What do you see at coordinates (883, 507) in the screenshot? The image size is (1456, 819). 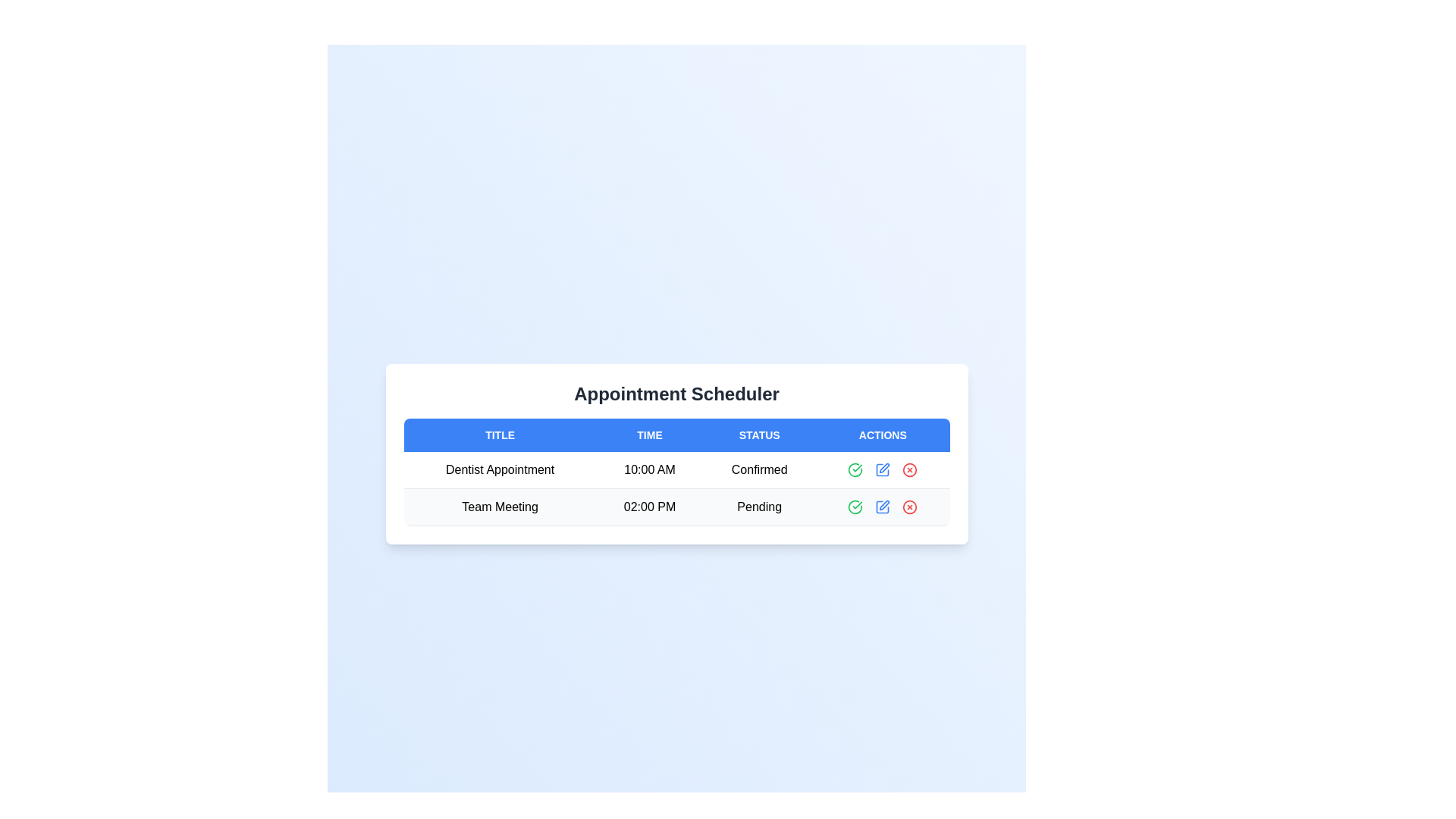 I see `the blue pencil icon button in the 'Actions' column of the 'Team Meeting' row` at bounding box center [883, 507].